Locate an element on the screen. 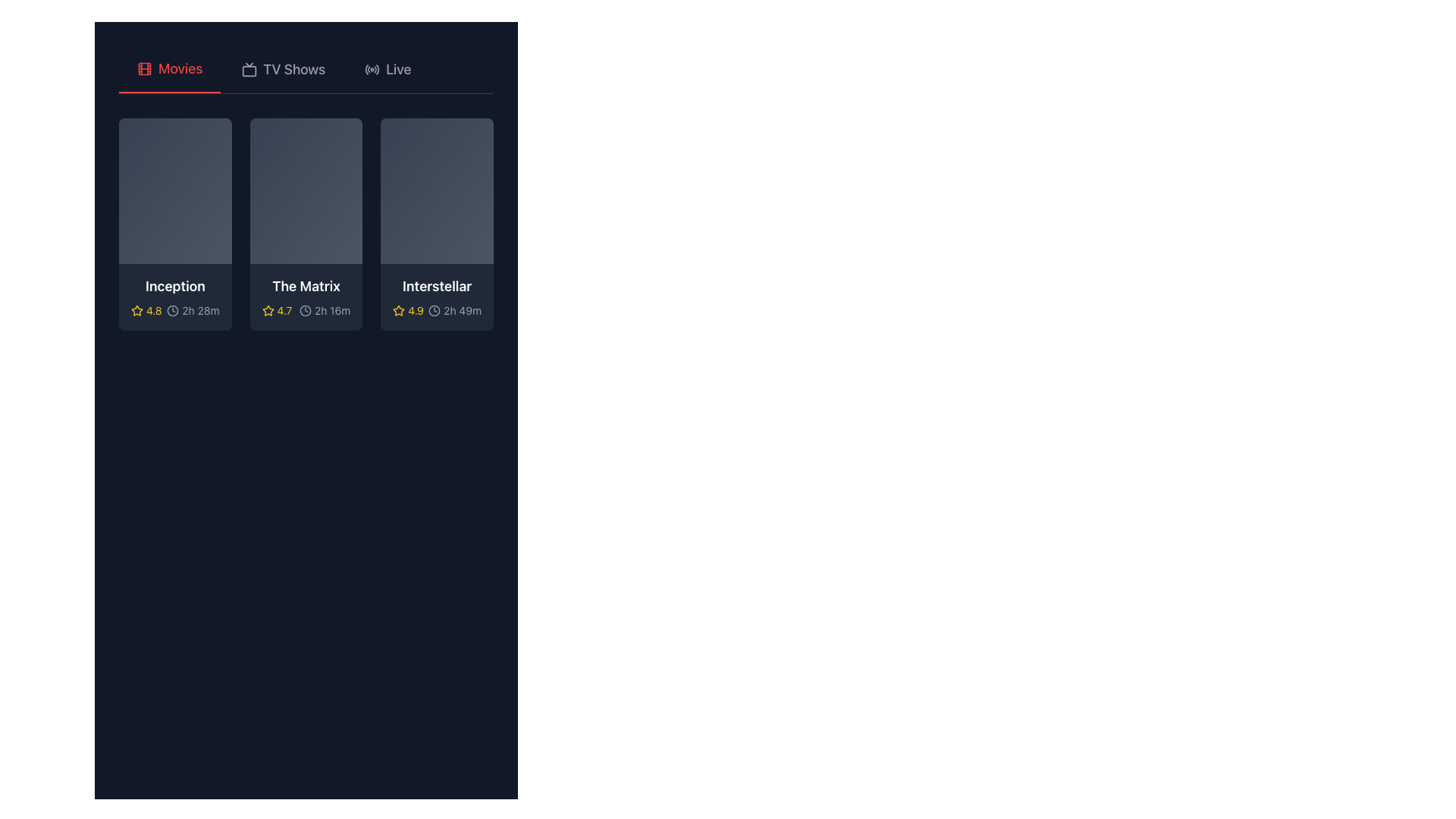  SVG Circle element that serves as the visual base for the clock icon indicating the duration of the movie 'Inception', located to the left of the text '2h 28m' is located at coordinates (173, 309).